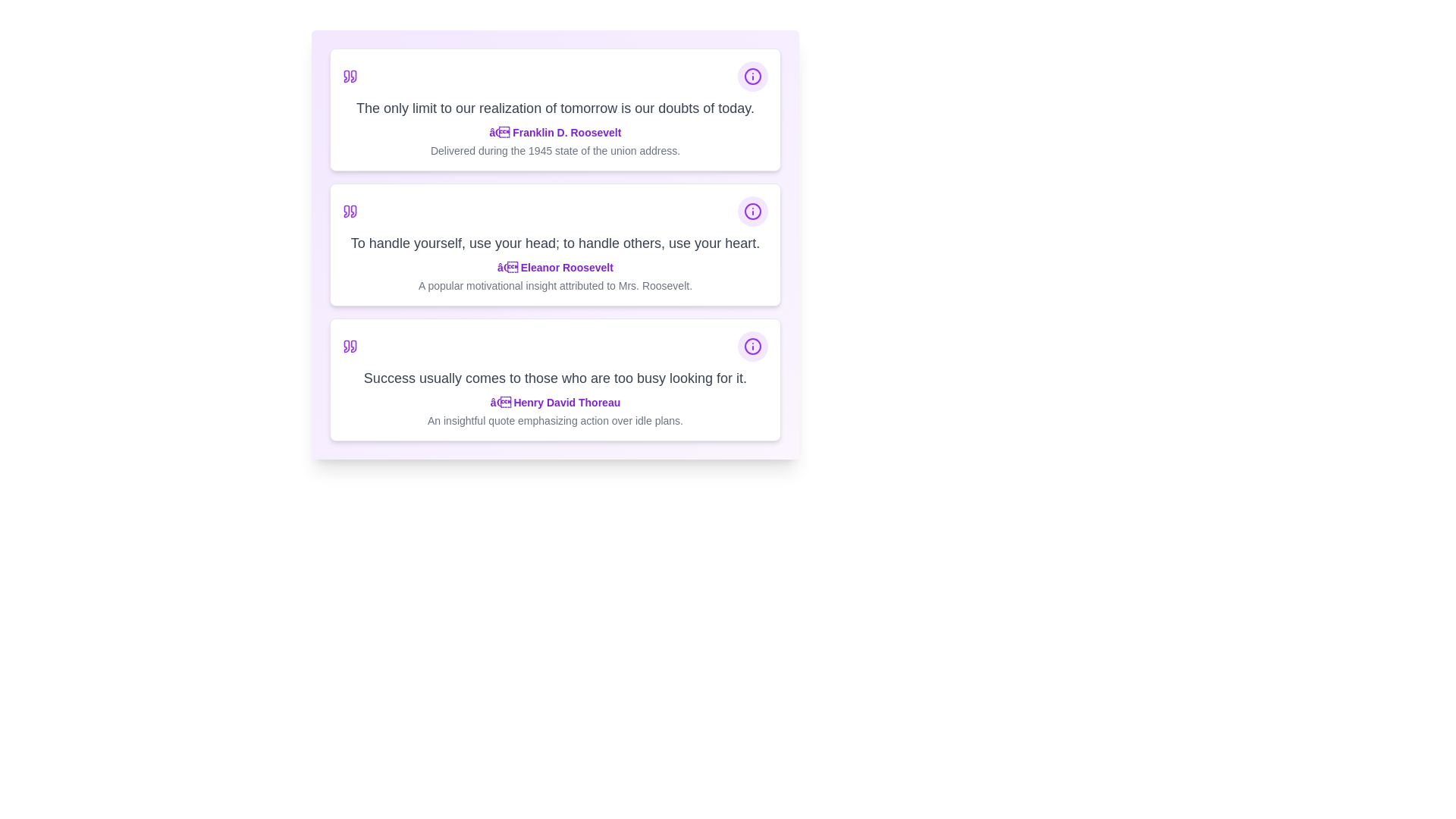 The width and height of the screenshot is (1456, 819). Describe the element at coordinates (753, 76) in the screenshot. I see `the filled black circular shape that is part of the second icon, located to the right of the second text card in the interface` at that location.